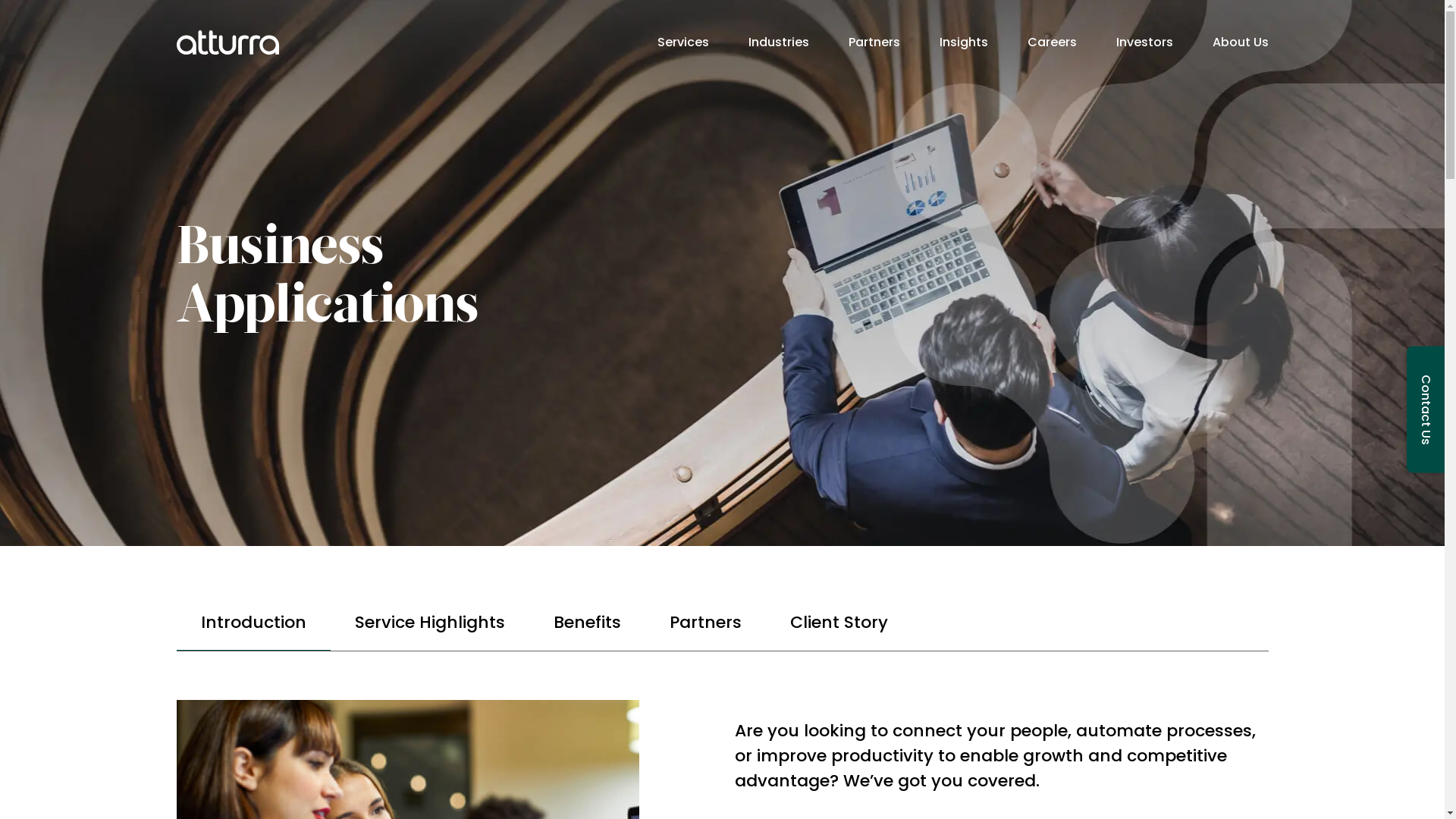  Describe the element at coordinates (838, 623) in the screenshot. I see `'Client Story'` at that location.